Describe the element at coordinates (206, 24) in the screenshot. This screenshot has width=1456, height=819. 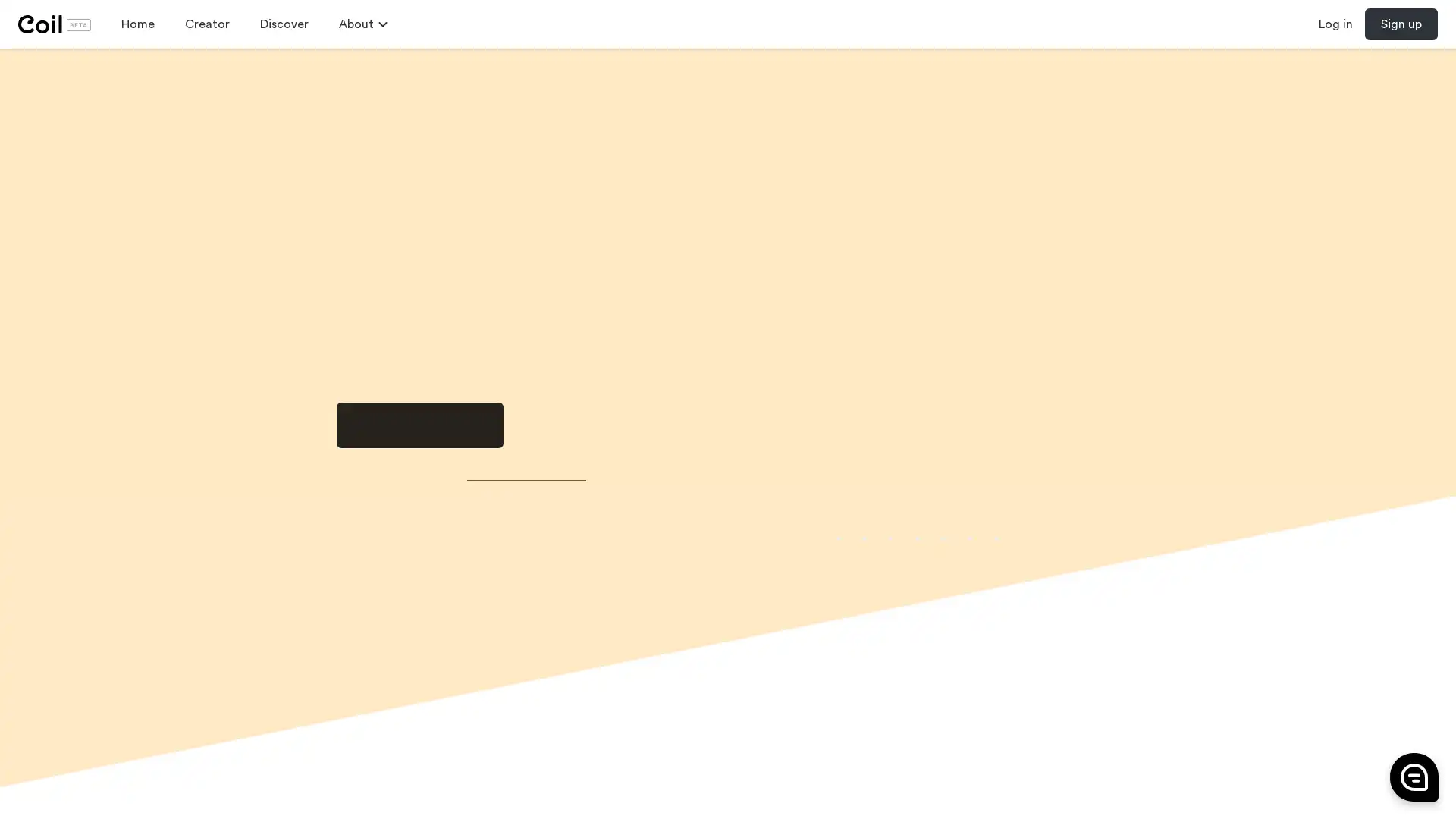
I see `Creator` at that location.